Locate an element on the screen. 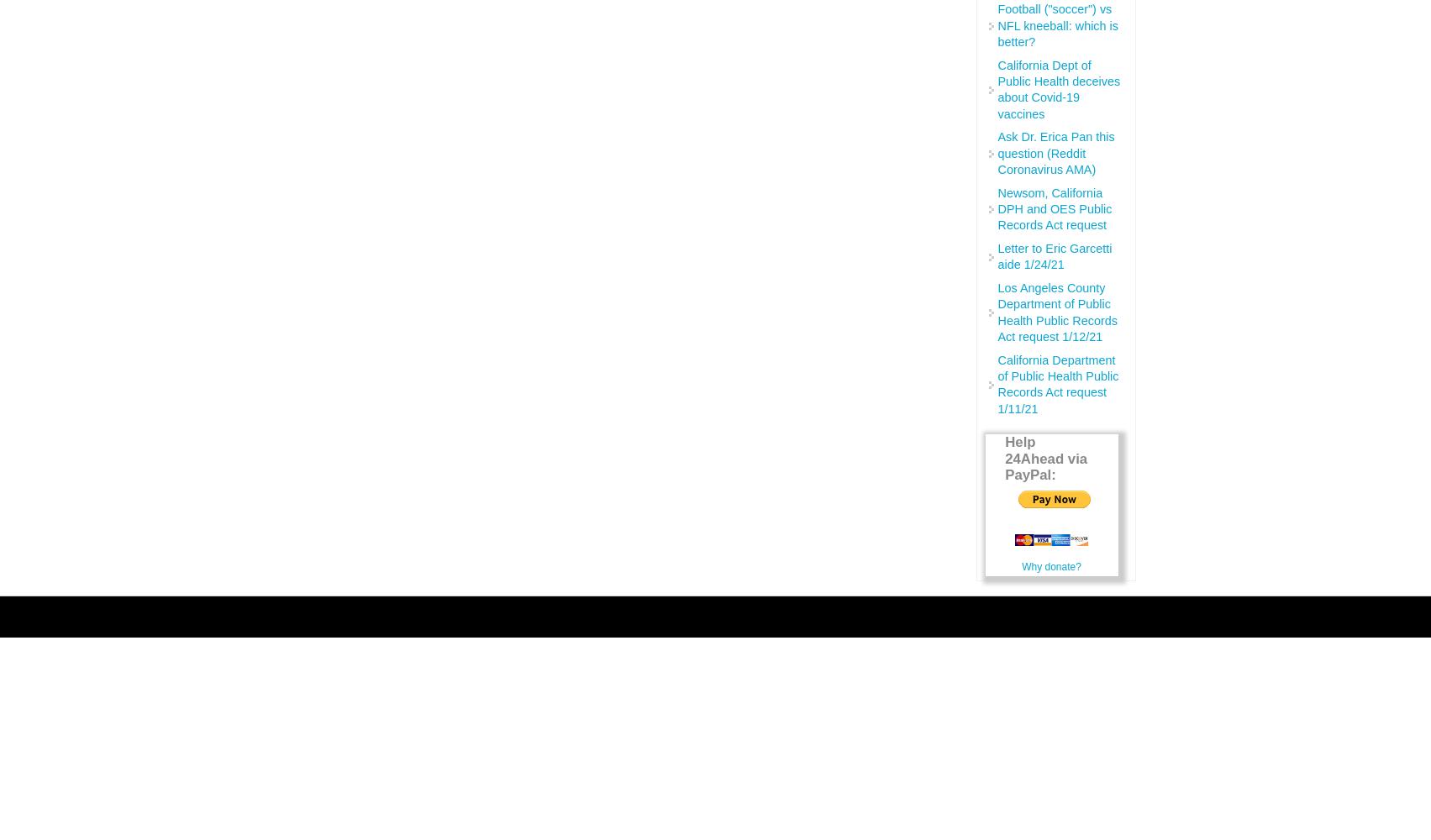  'California Dept of Public Health deceives about Covid-19 vaccines' is located at coordinates (997, 88).